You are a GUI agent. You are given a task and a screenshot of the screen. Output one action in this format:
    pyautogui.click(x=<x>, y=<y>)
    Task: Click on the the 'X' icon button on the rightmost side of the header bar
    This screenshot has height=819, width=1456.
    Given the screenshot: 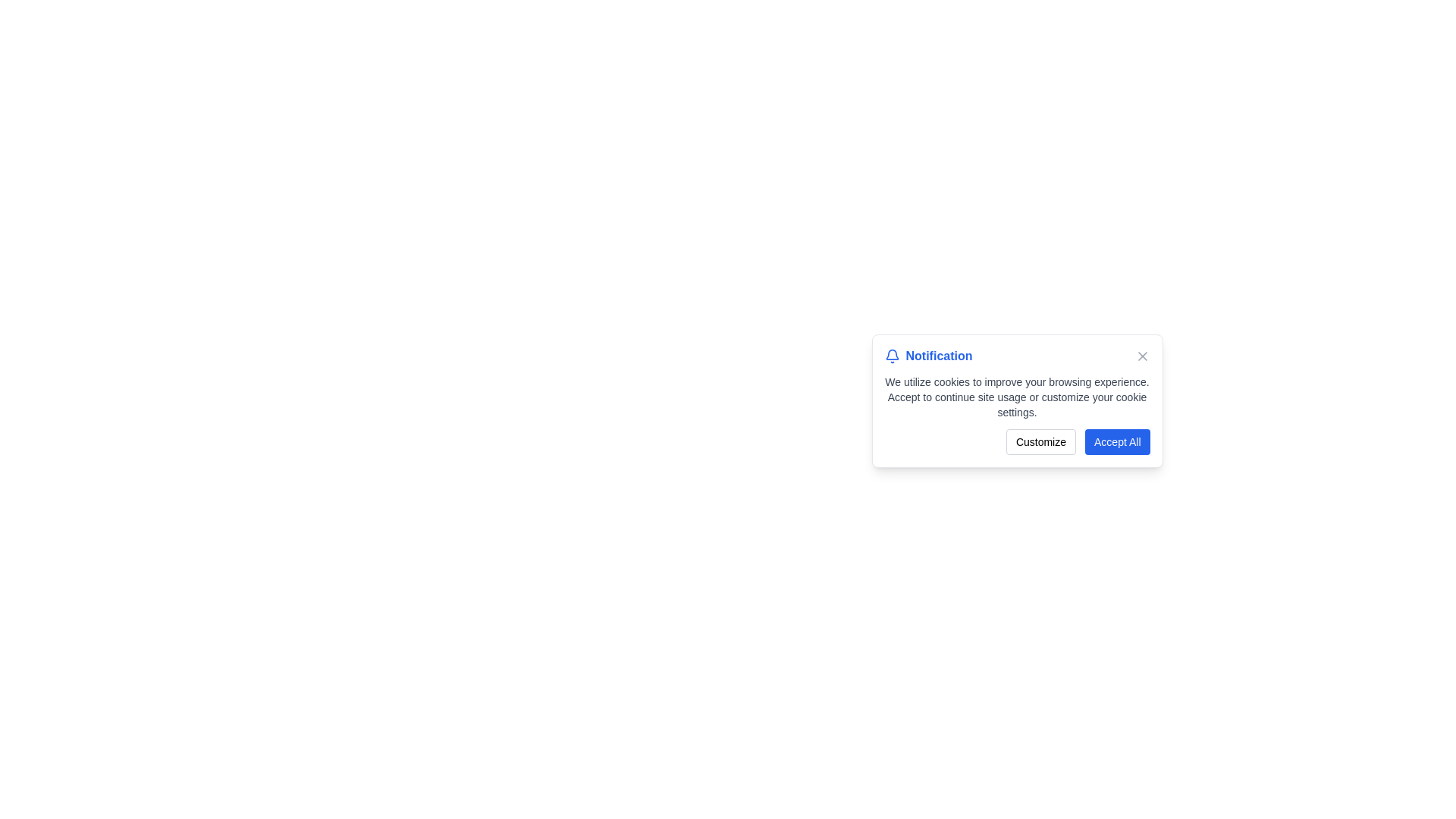 What is the action you would take?
    pyautogui.click(x=1142, y=356)
    